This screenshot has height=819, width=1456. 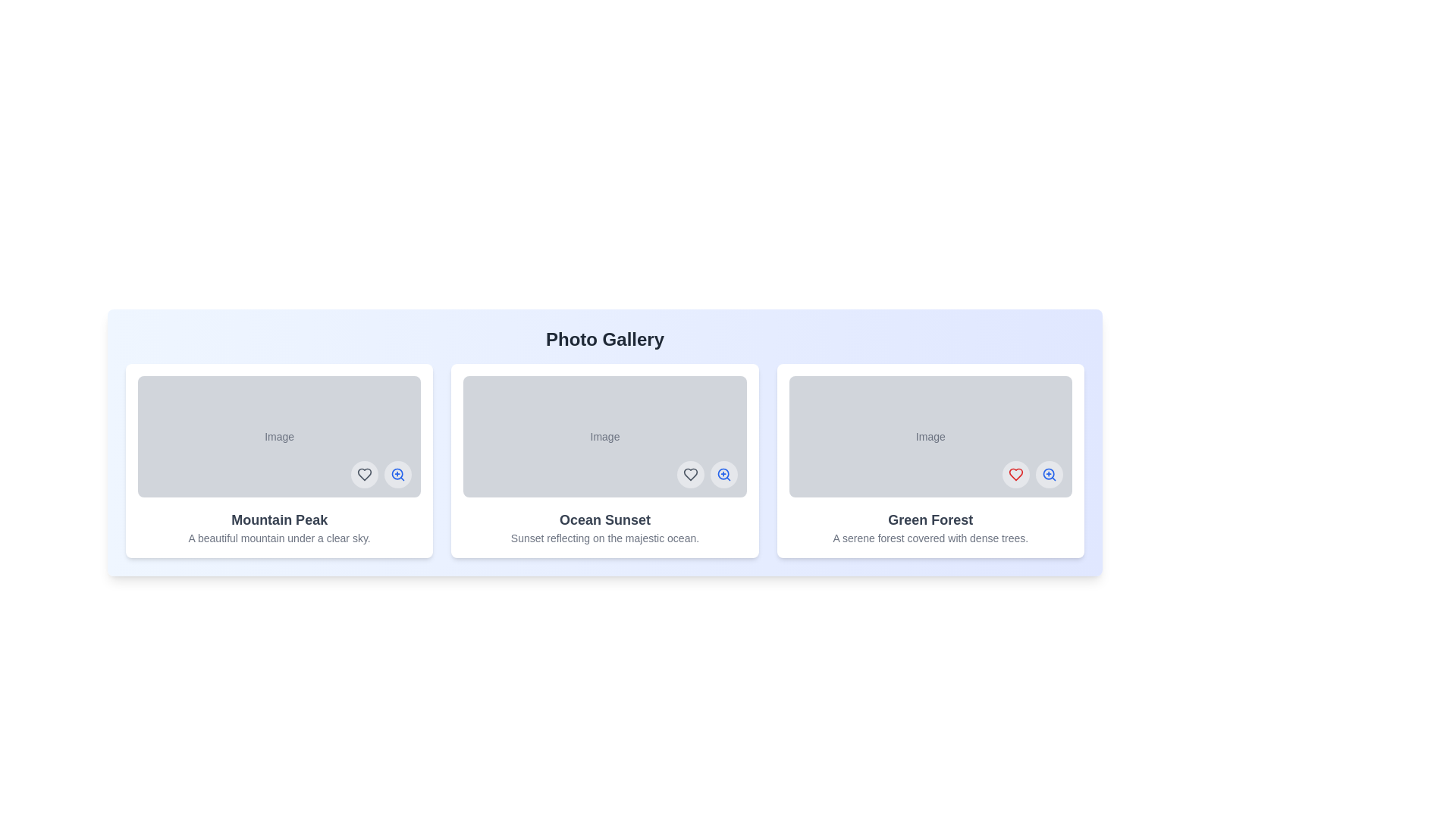 What do you see at coordinates (689, 473) in the screenshot?
I see `'like' button for the image titled 'Ocean Sunset' to toggle its liked state` at bounding box center [689, 473].